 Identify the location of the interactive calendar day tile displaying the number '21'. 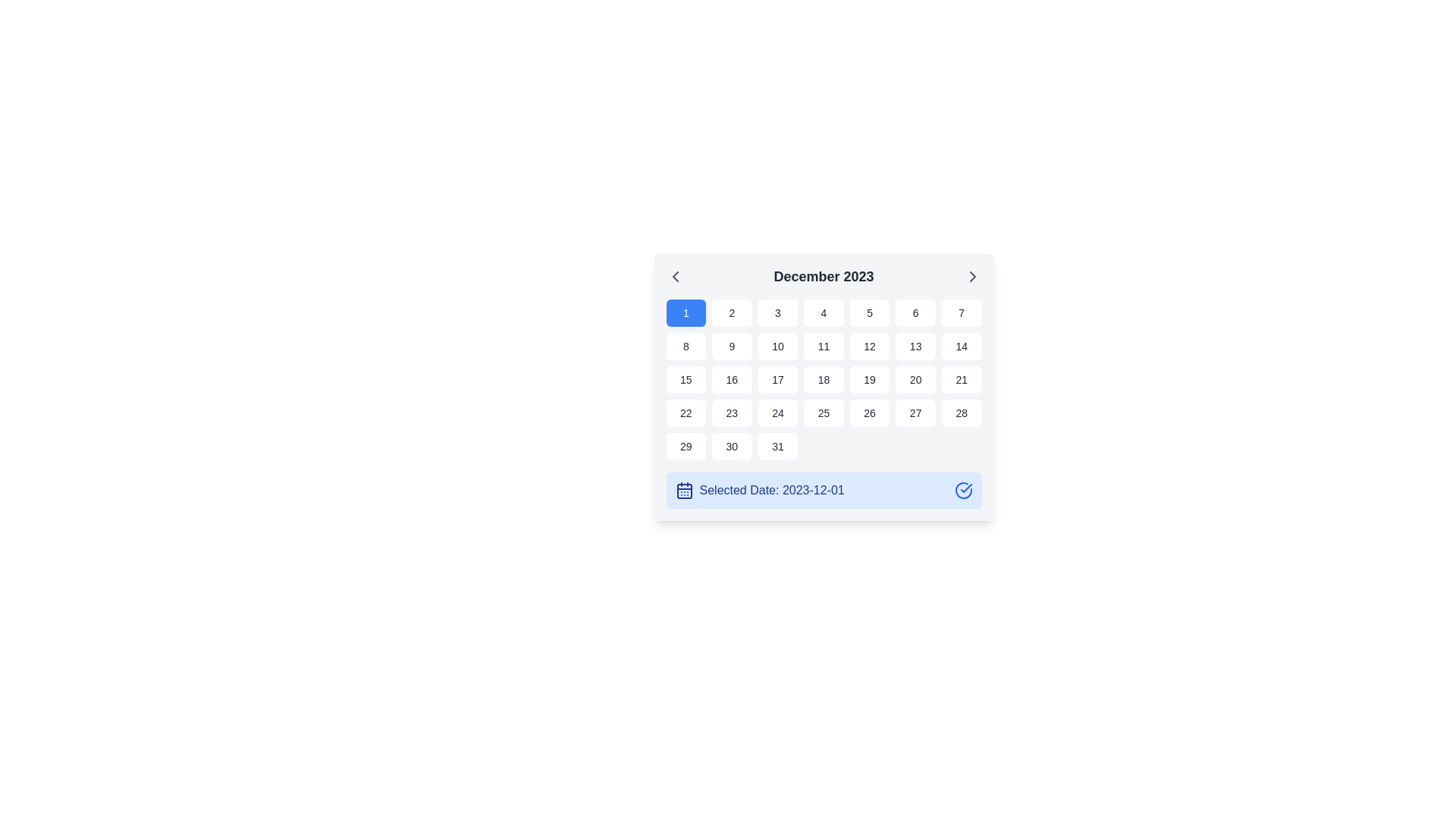
(960, 379).